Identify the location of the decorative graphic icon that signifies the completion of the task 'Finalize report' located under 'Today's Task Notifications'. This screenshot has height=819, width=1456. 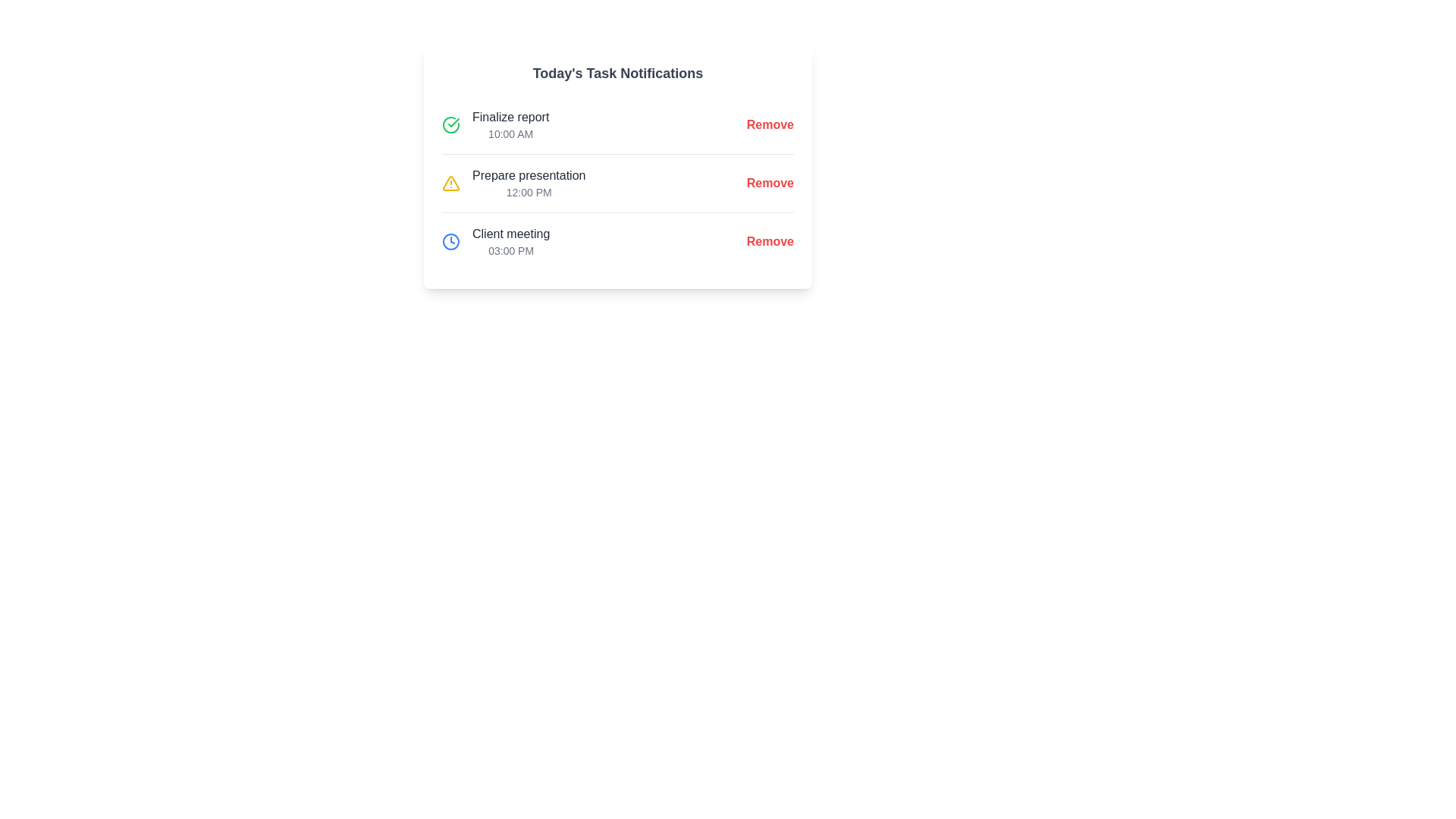
(453, 122).